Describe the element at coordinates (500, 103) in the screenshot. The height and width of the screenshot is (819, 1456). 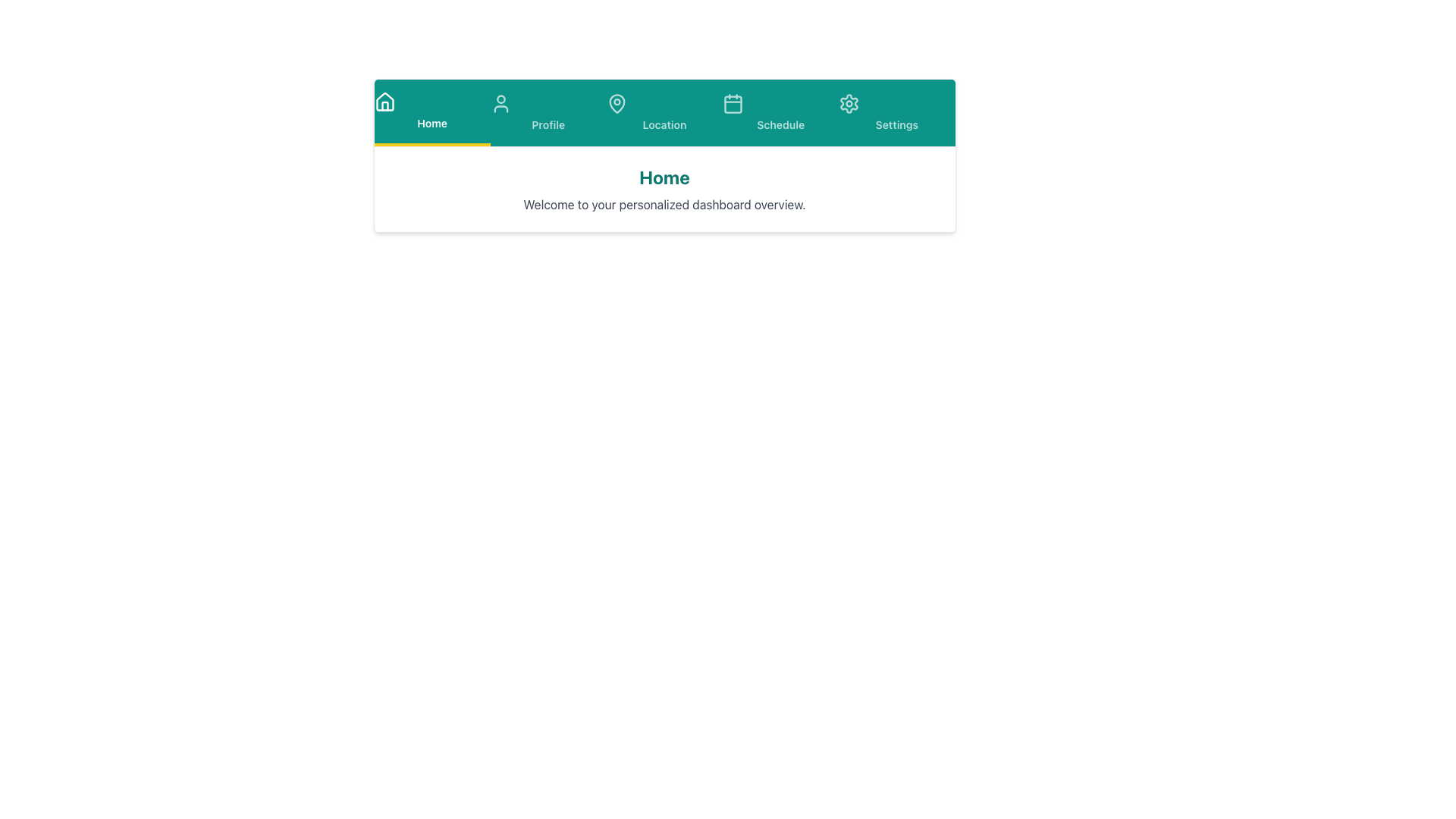
I see `the user icon in the navigation bar, located to the right of the 'Home' section, to switch tabs` at that location.